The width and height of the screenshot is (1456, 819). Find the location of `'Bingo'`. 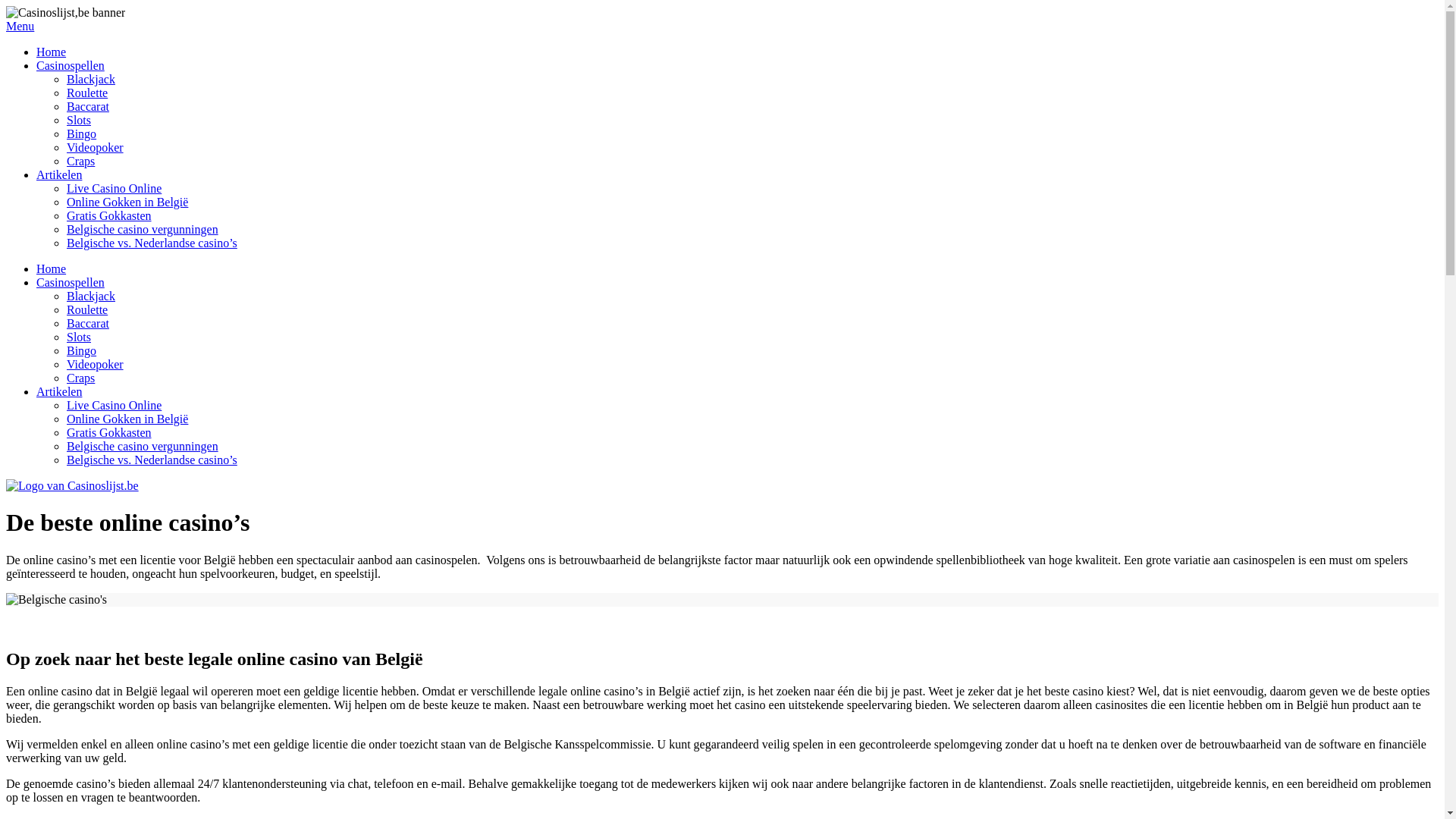

'Bingo' is located at coordinates (80, 133).